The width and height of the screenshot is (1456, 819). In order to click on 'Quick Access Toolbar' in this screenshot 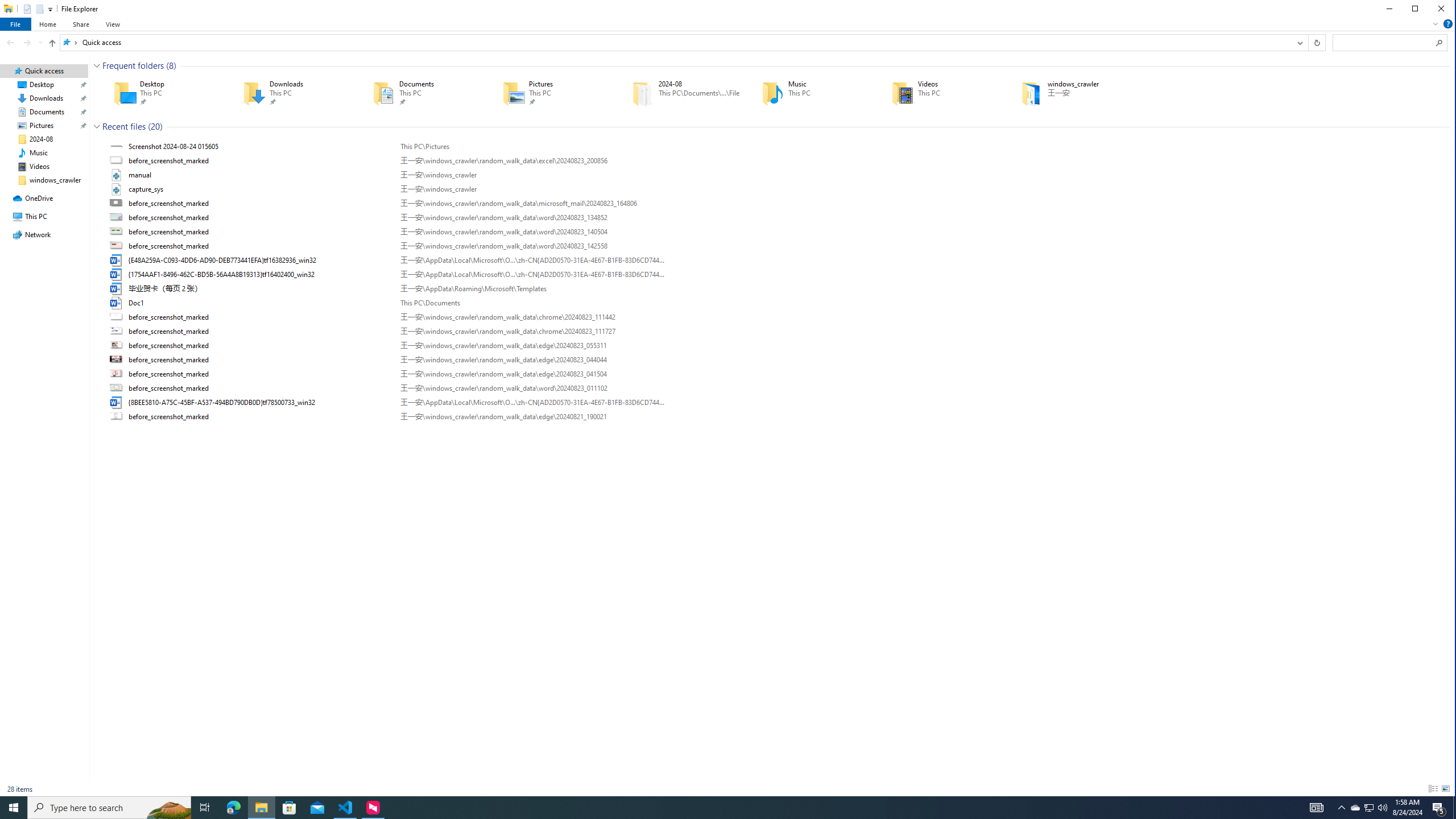, I will do `click(32, 9)`.